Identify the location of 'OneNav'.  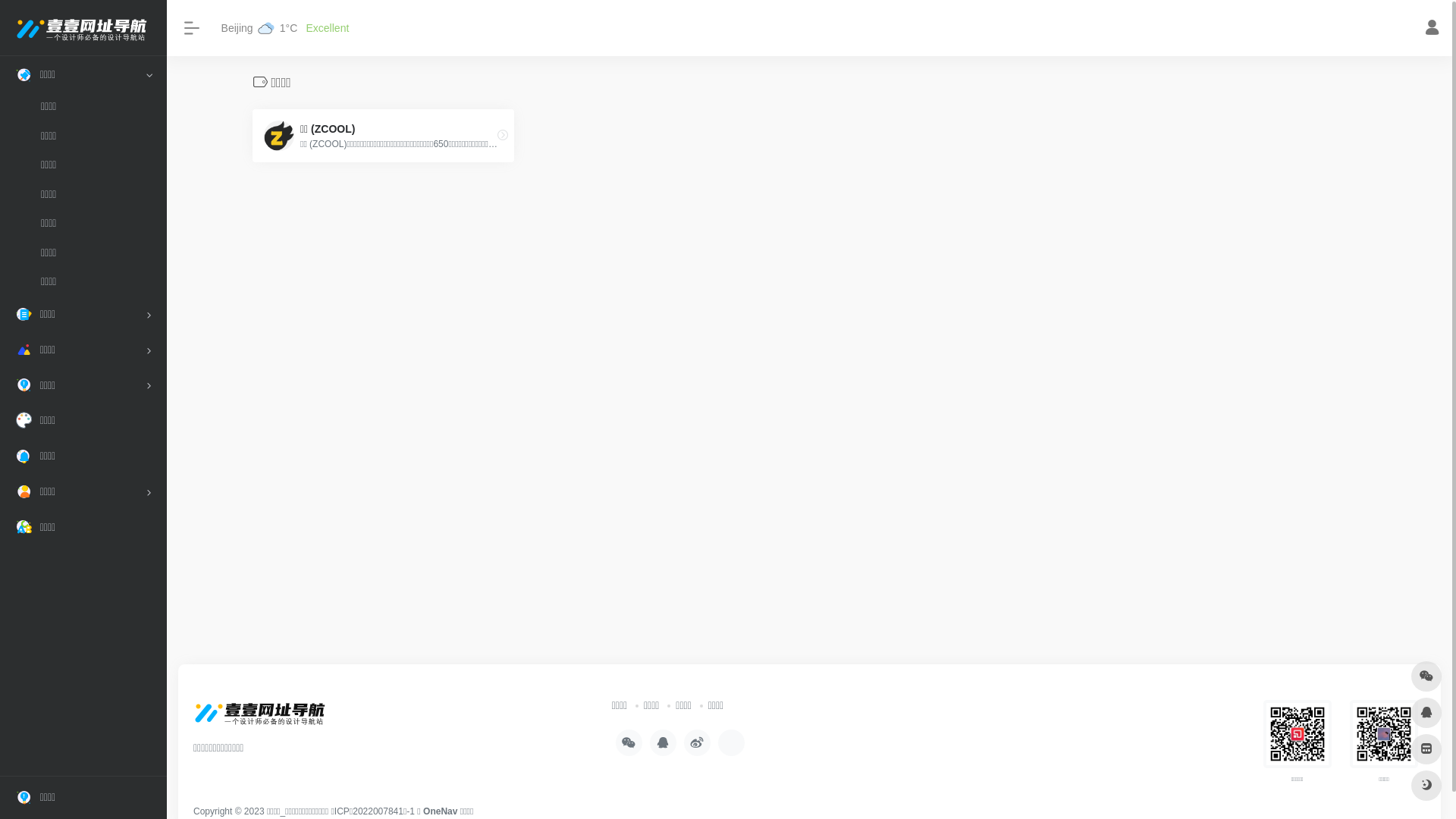
(439, 810).